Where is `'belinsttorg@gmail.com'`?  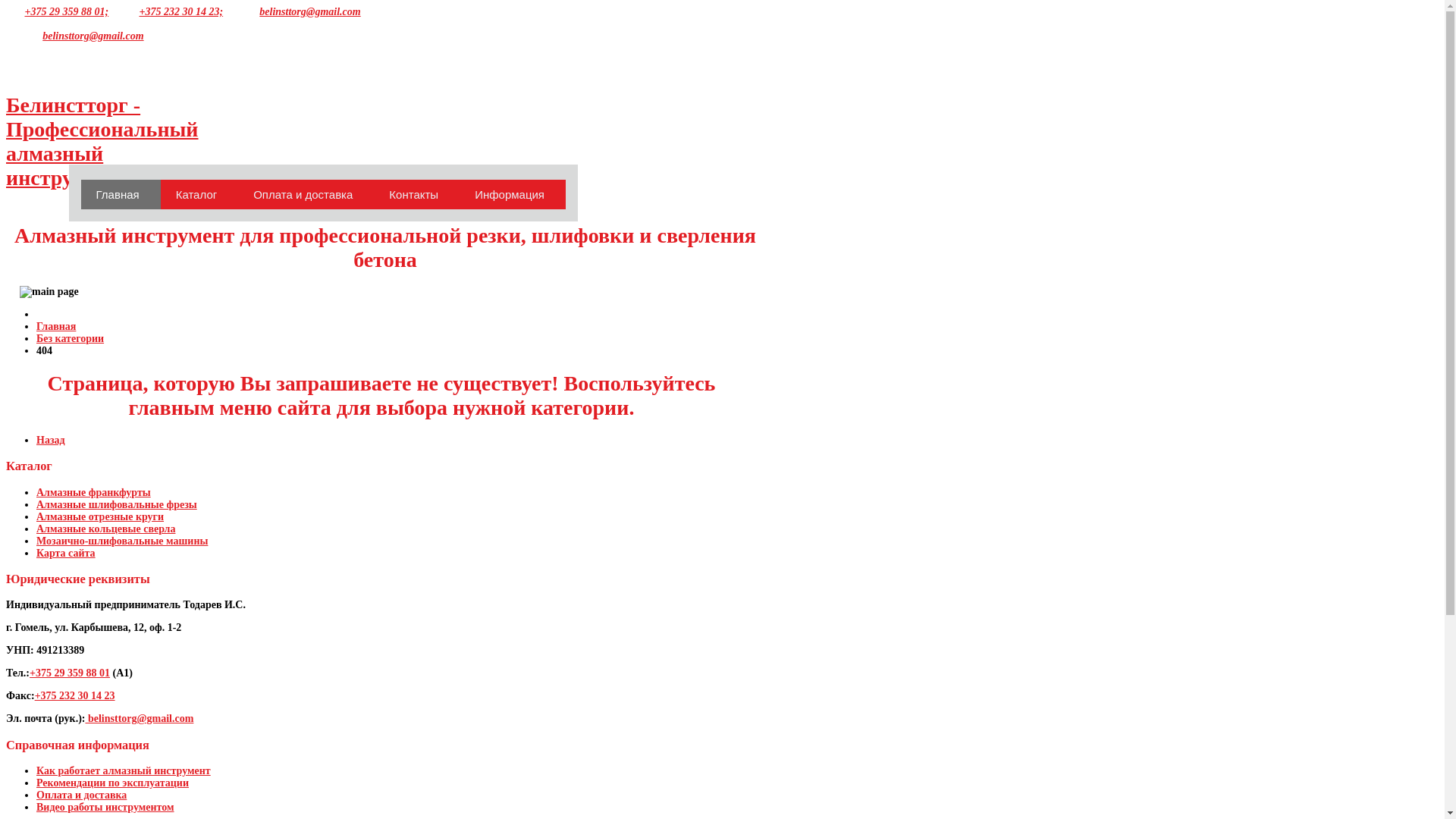 'belinsttorg@gmail.com' is located at coordinates (309, 11).